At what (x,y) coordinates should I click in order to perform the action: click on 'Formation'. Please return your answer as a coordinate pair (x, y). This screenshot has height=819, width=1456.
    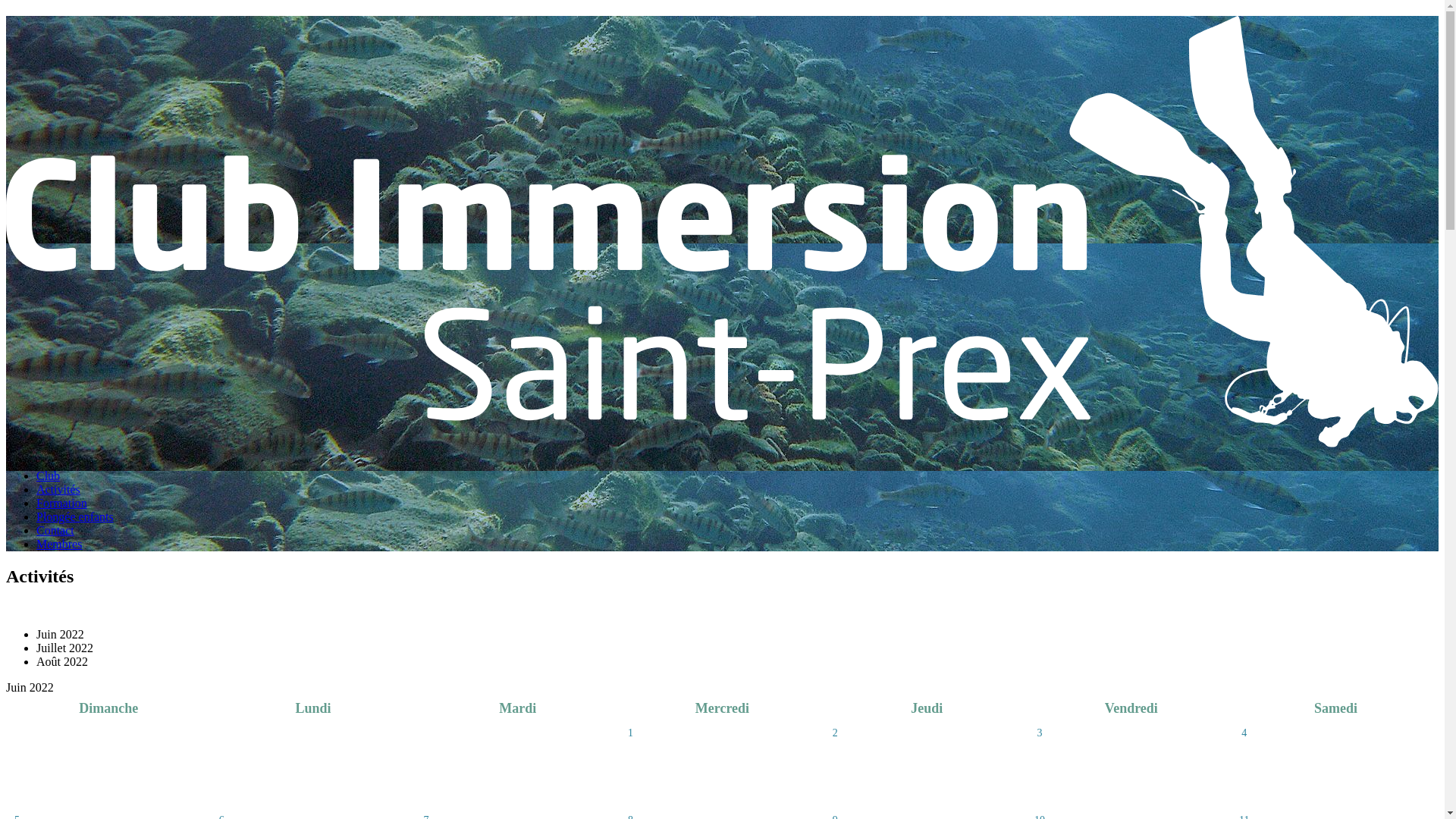
    Looking at the image, I should click on (61, 503).